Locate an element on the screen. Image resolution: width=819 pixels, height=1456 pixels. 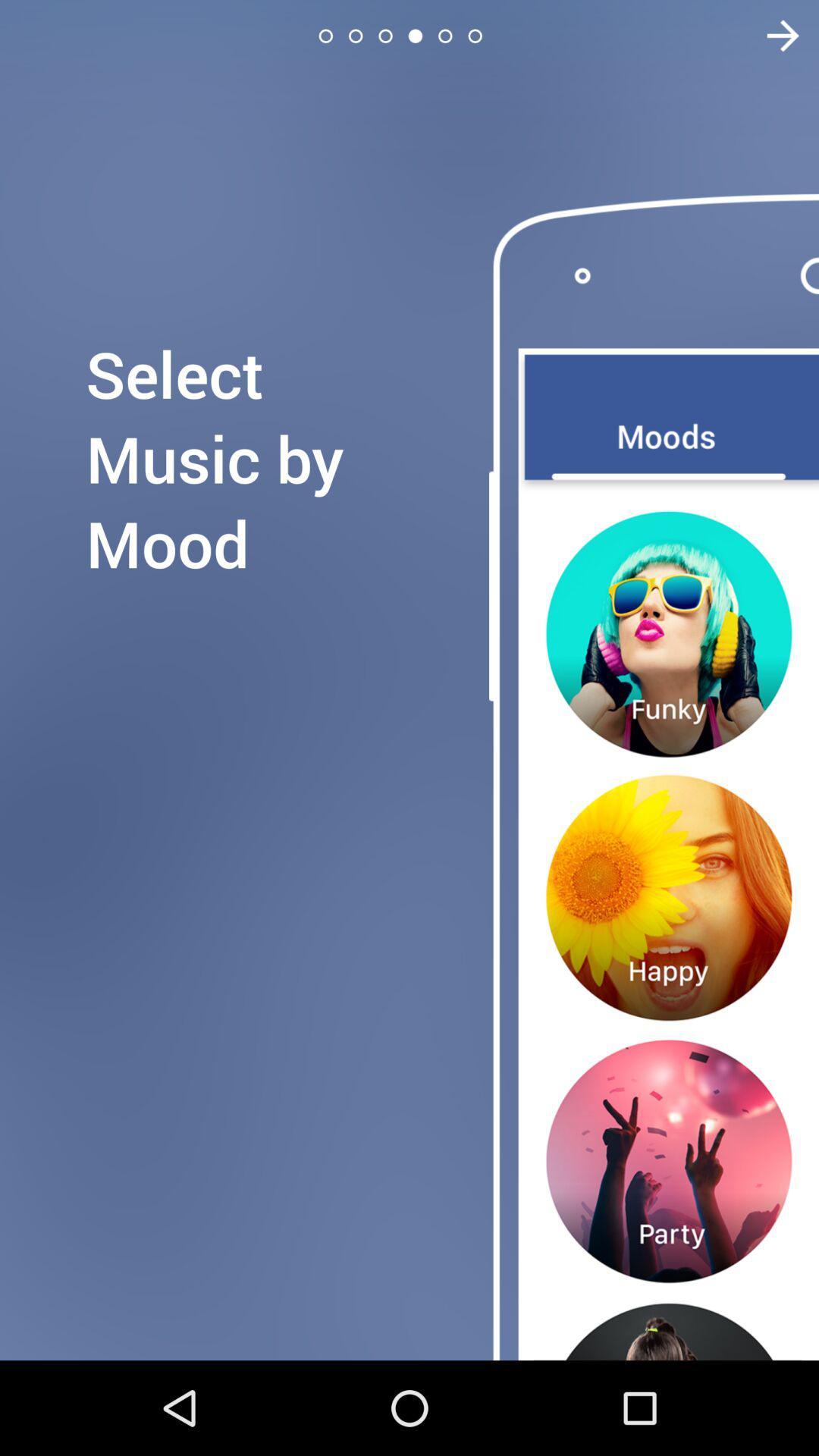
next page is located at coordinates (773, 36).